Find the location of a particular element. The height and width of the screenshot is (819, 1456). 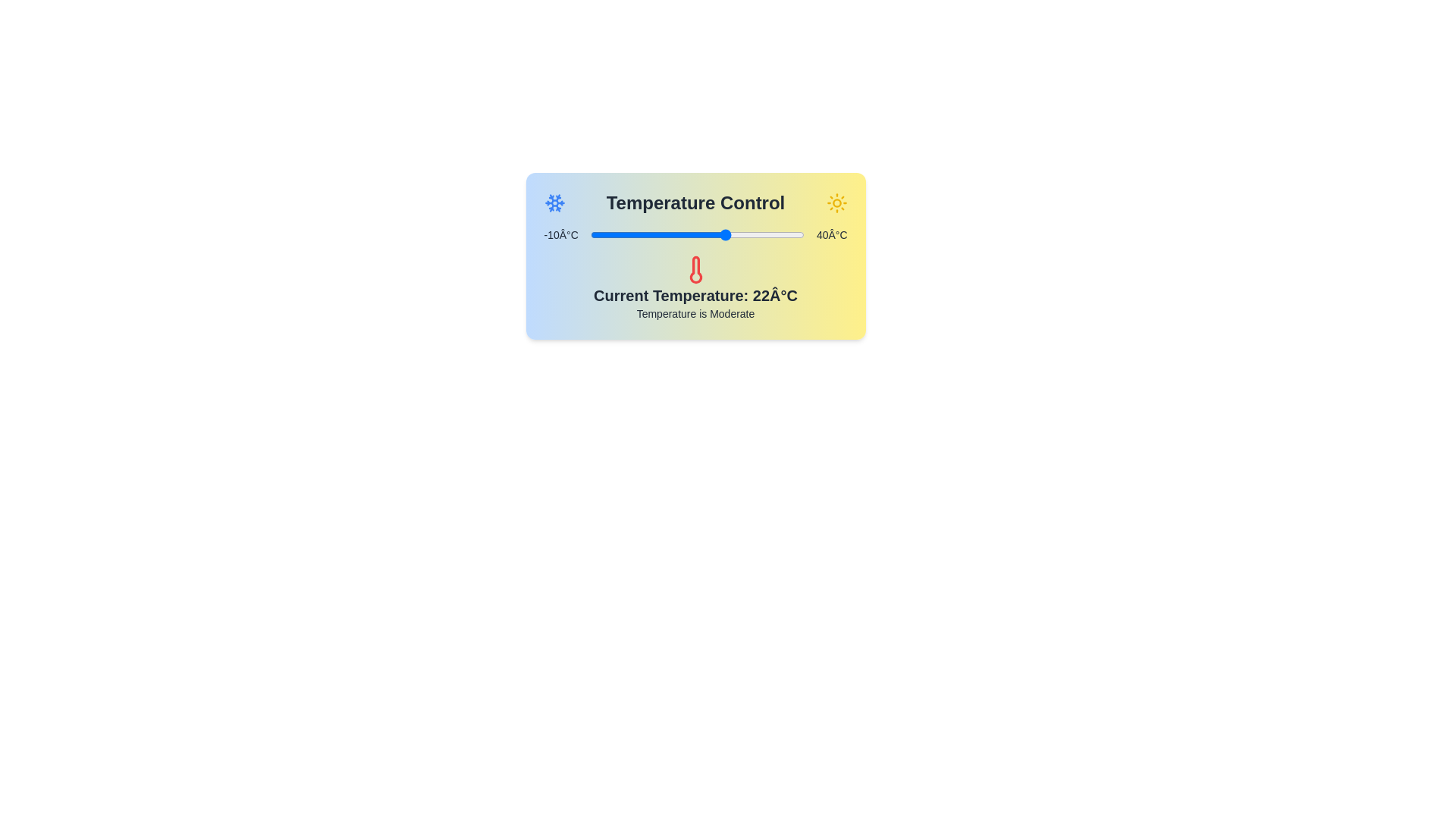

the slider to set the temperature to -2°C is located at coordinates (624, 234).